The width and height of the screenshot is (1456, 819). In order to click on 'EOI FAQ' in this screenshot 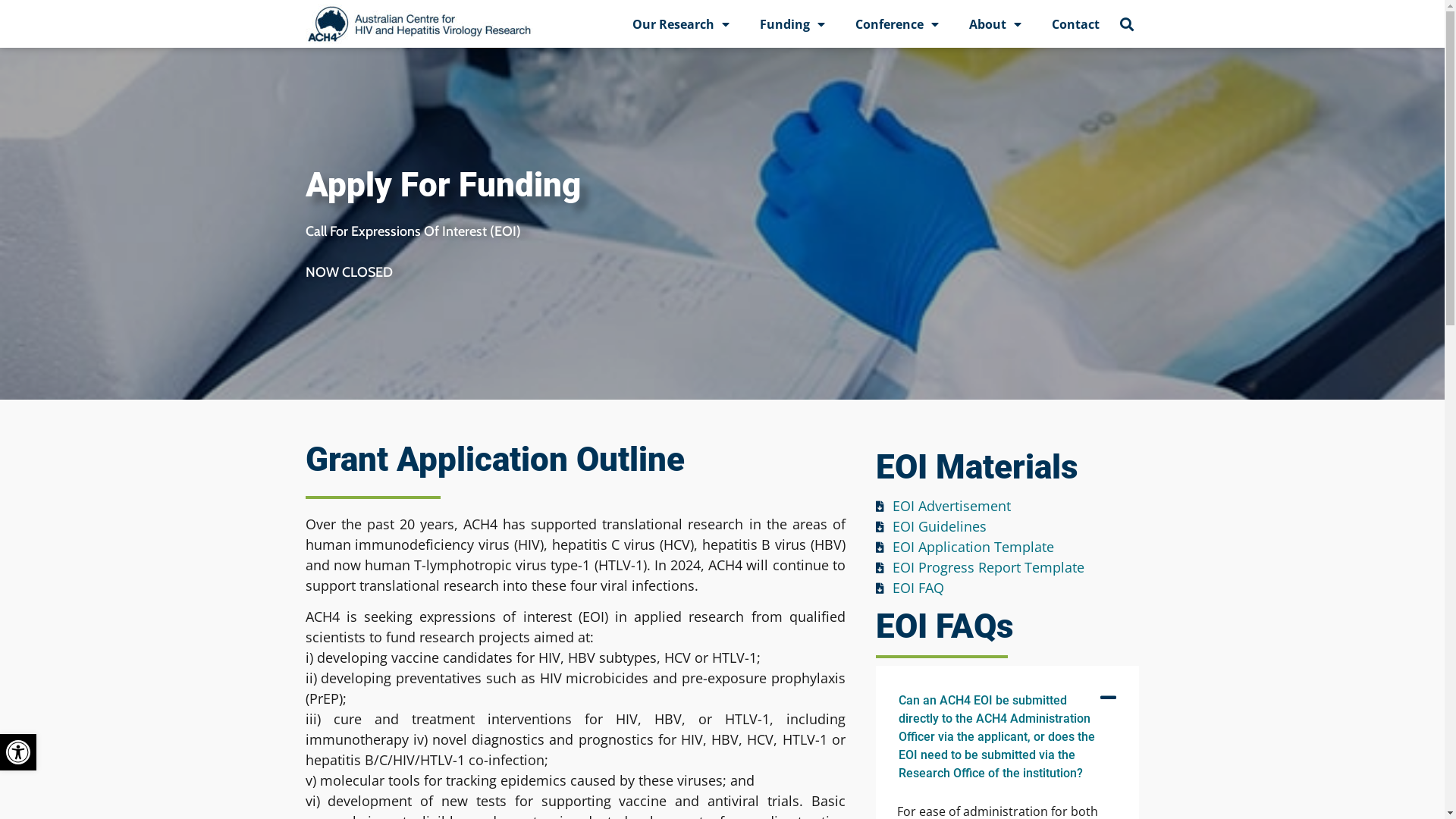, I will do `click(1008, 587)`.